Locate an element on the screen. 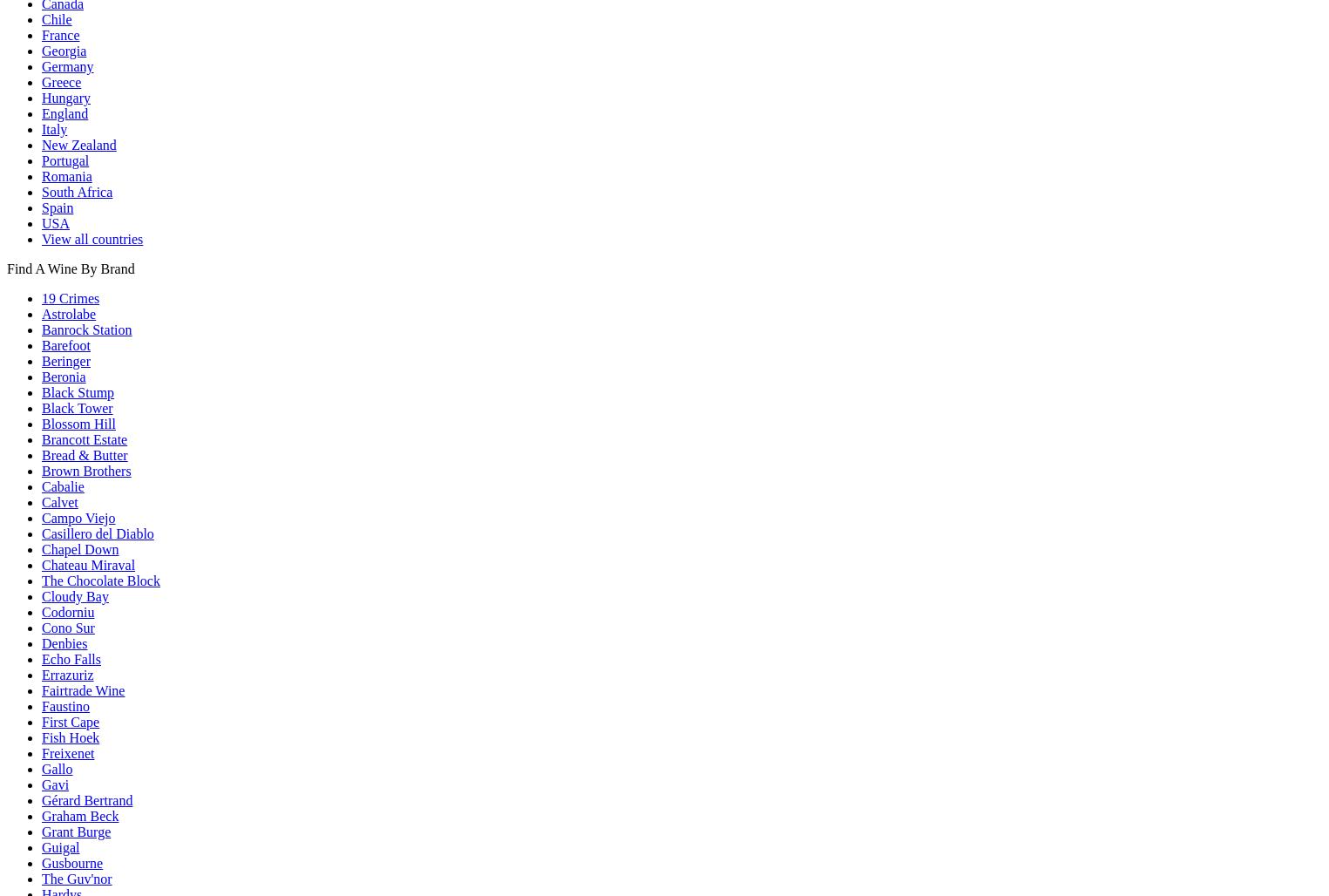  'Cono Sur' is located at coordinates (67, 626).